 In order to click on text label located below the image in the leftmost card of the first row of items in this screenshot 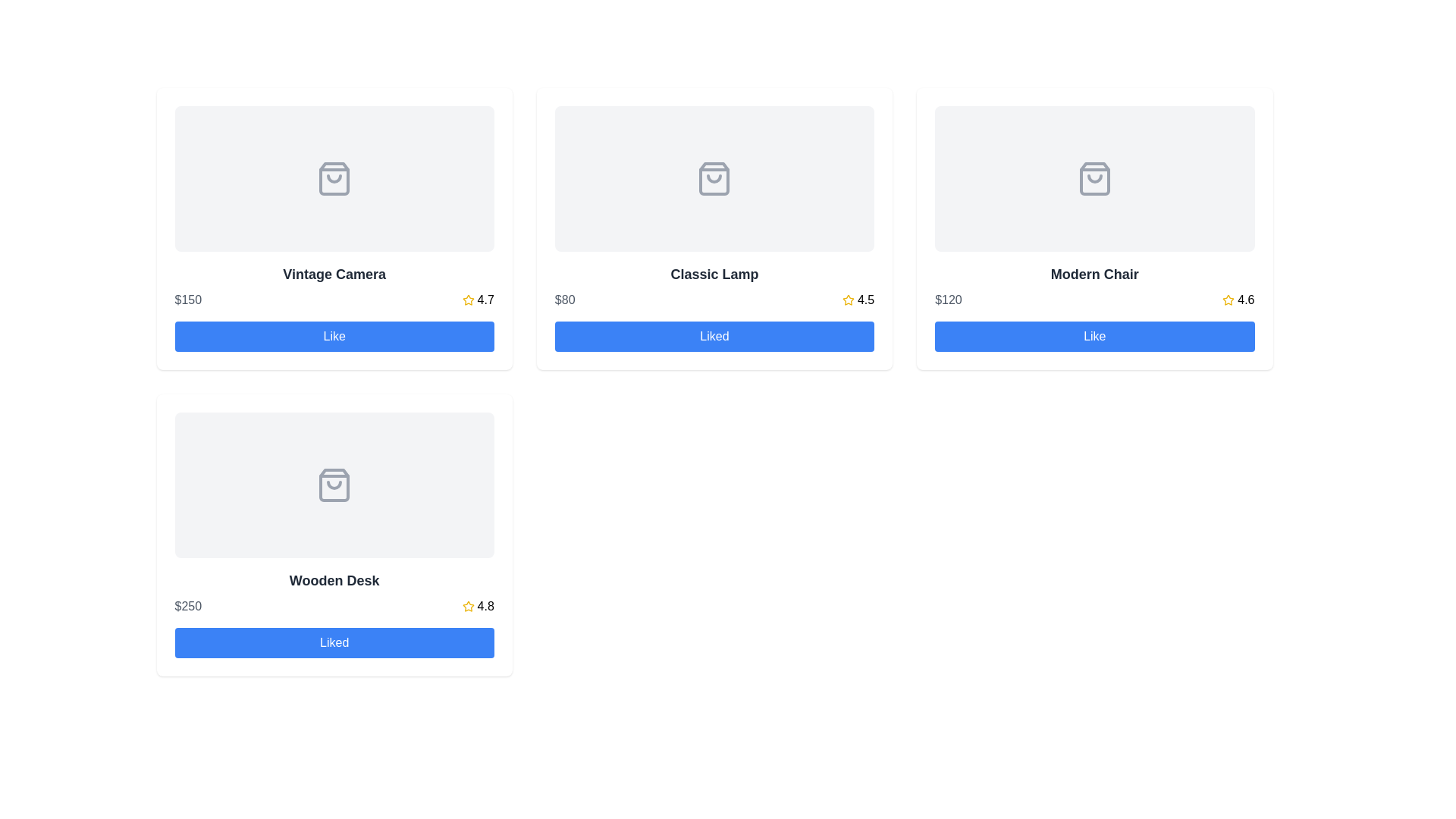, I will do `click(334, 275)`.